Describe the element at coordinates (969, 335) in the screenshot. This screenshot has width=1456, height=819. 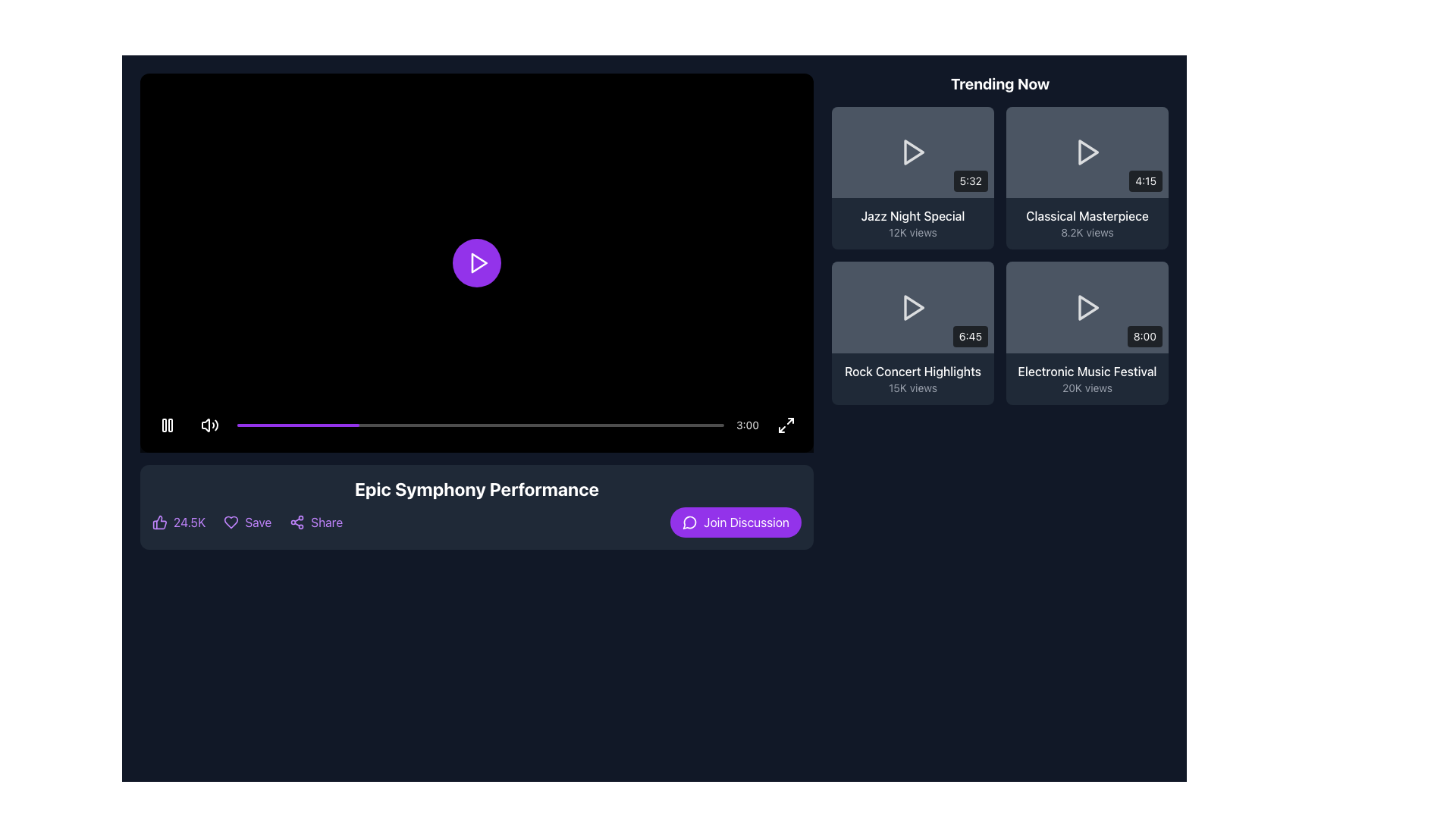
I see `the text label displaying '6:45' located in the bottom-right corner of the 'Trending Now' grid layout, associated with the 'Rock Concert Highlights' item` at that location.